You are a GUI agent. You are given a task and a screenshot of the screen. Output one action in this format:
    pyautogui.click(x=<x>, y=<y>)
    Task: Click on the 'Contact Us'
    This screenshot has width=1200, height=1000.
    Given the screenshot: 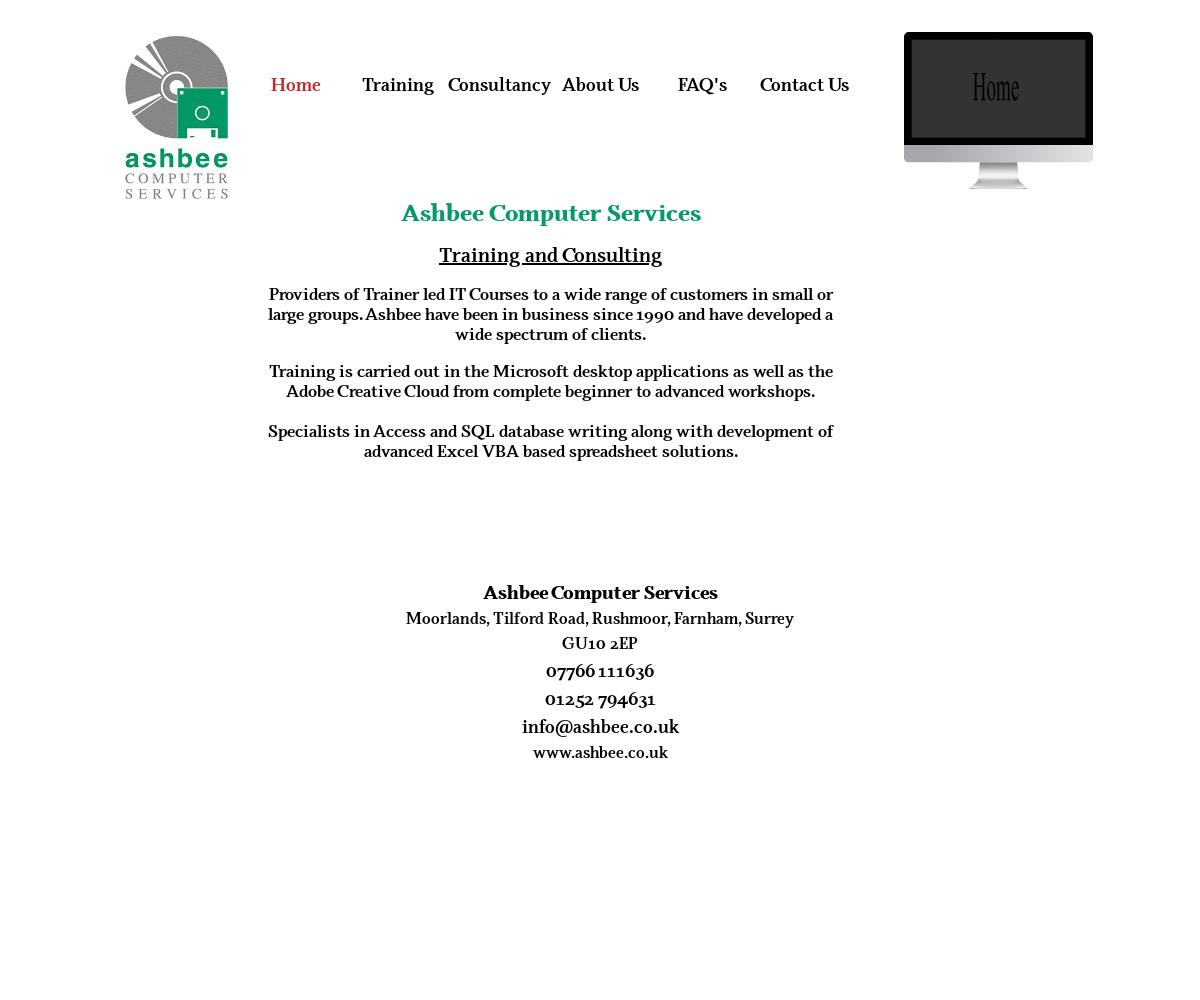 What is the action you would take?
    pyautogui.click(x=803, y=83)
    